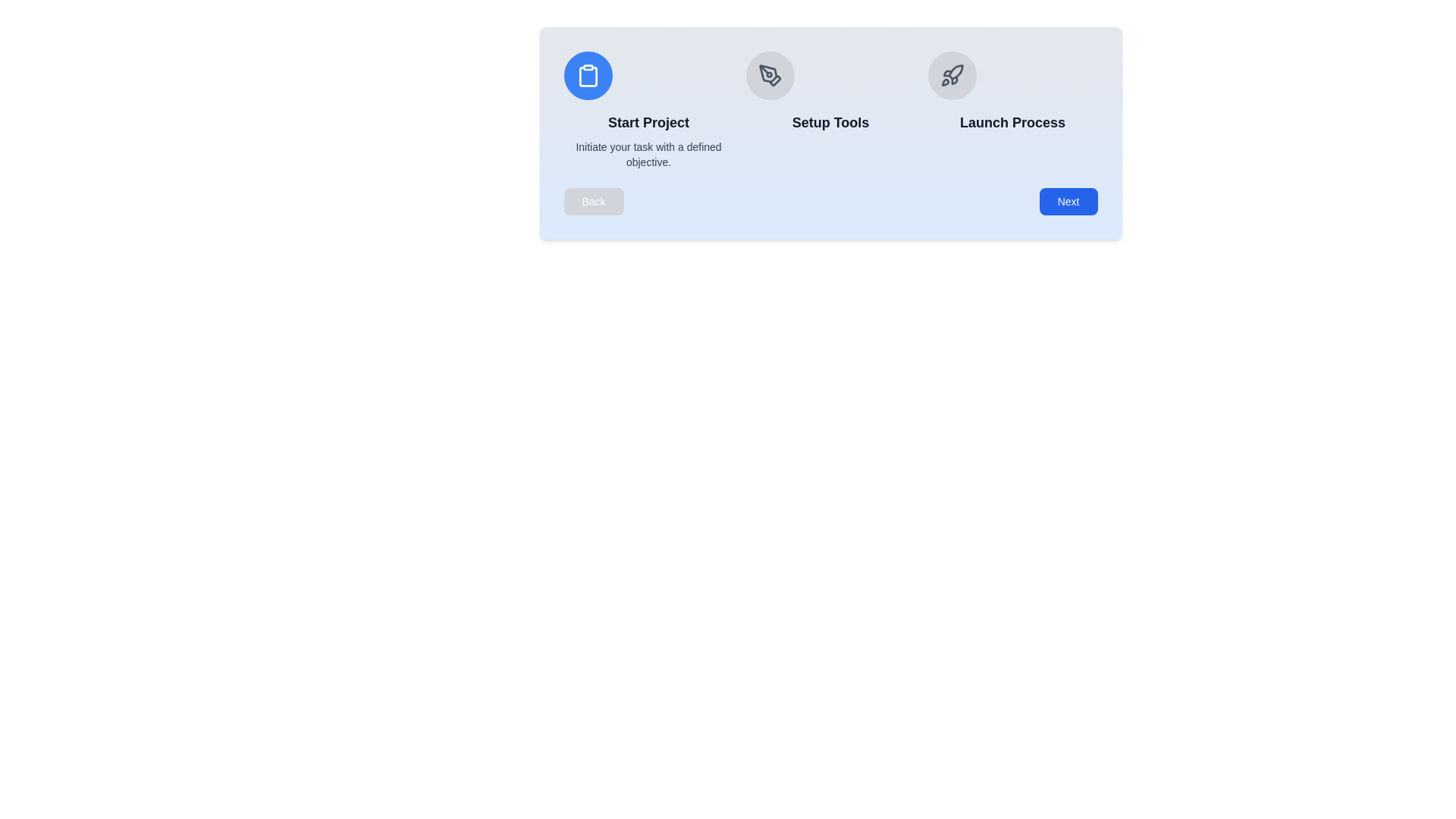 Image resolution: width=1456 pixels, height=819 pixels. What do you see at coordinates (1068, 201) in the screenshot?
I see `the 'Next' button to advance to the next step` at bounding box center [1068, 201].